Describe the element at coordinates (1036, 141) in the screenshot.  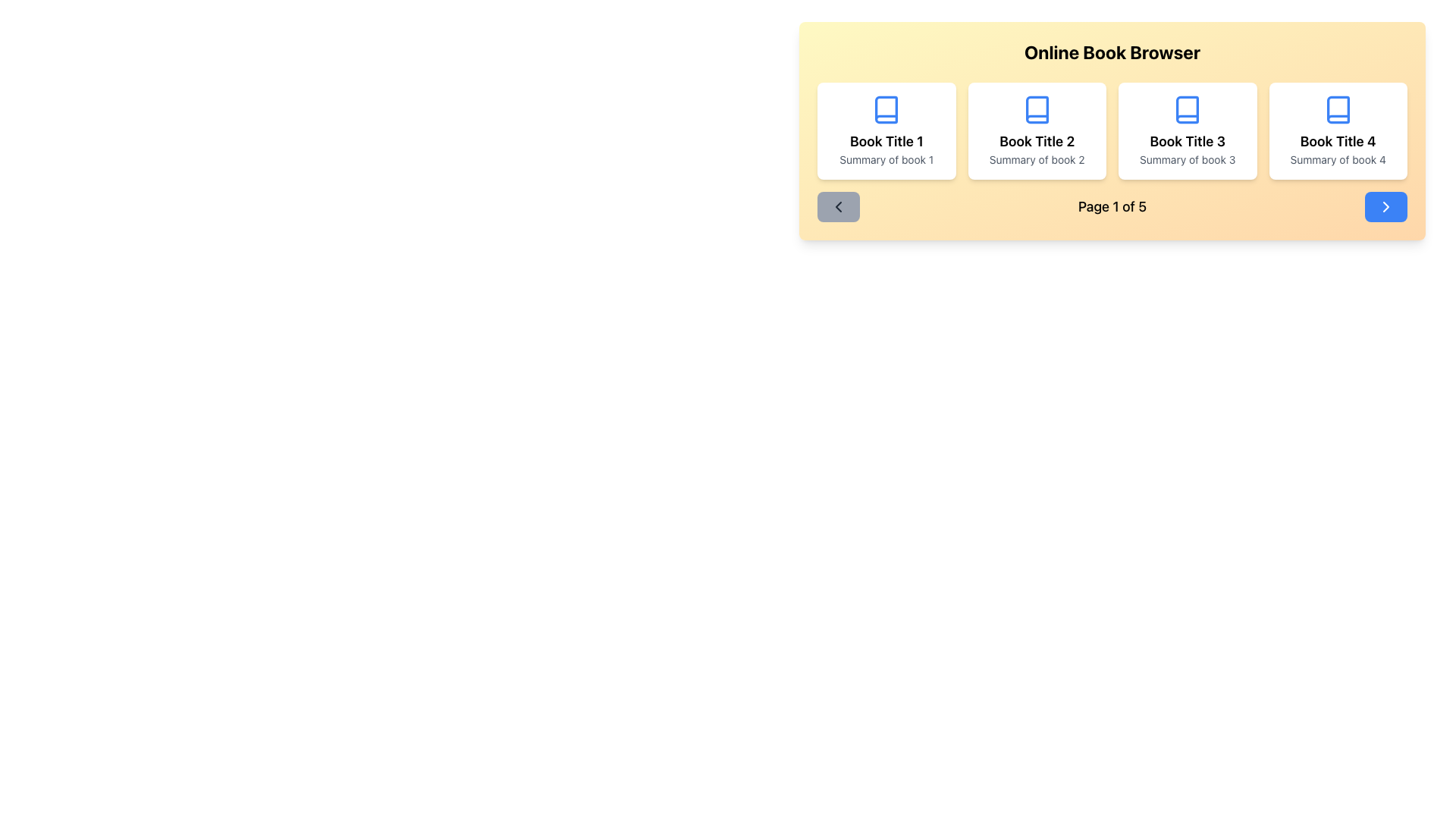
I see `text label displaying 'Book Title 2', which is centered within the second card from the left in the book collection` at that location.